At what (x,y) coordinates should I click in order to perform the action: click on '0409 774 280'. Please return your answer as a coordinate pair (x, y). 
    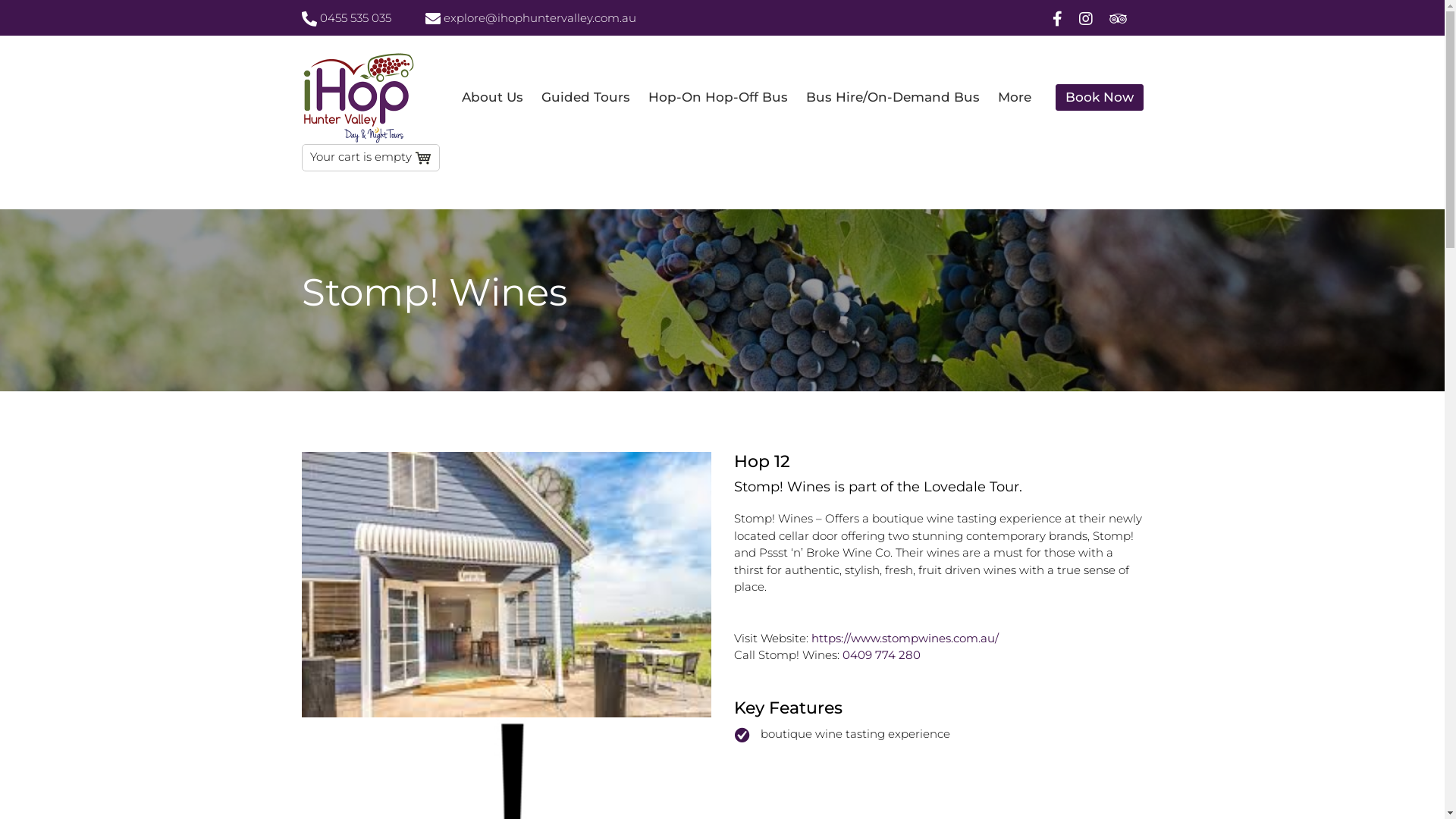
    Looking at the image, I should click on (880, 654).